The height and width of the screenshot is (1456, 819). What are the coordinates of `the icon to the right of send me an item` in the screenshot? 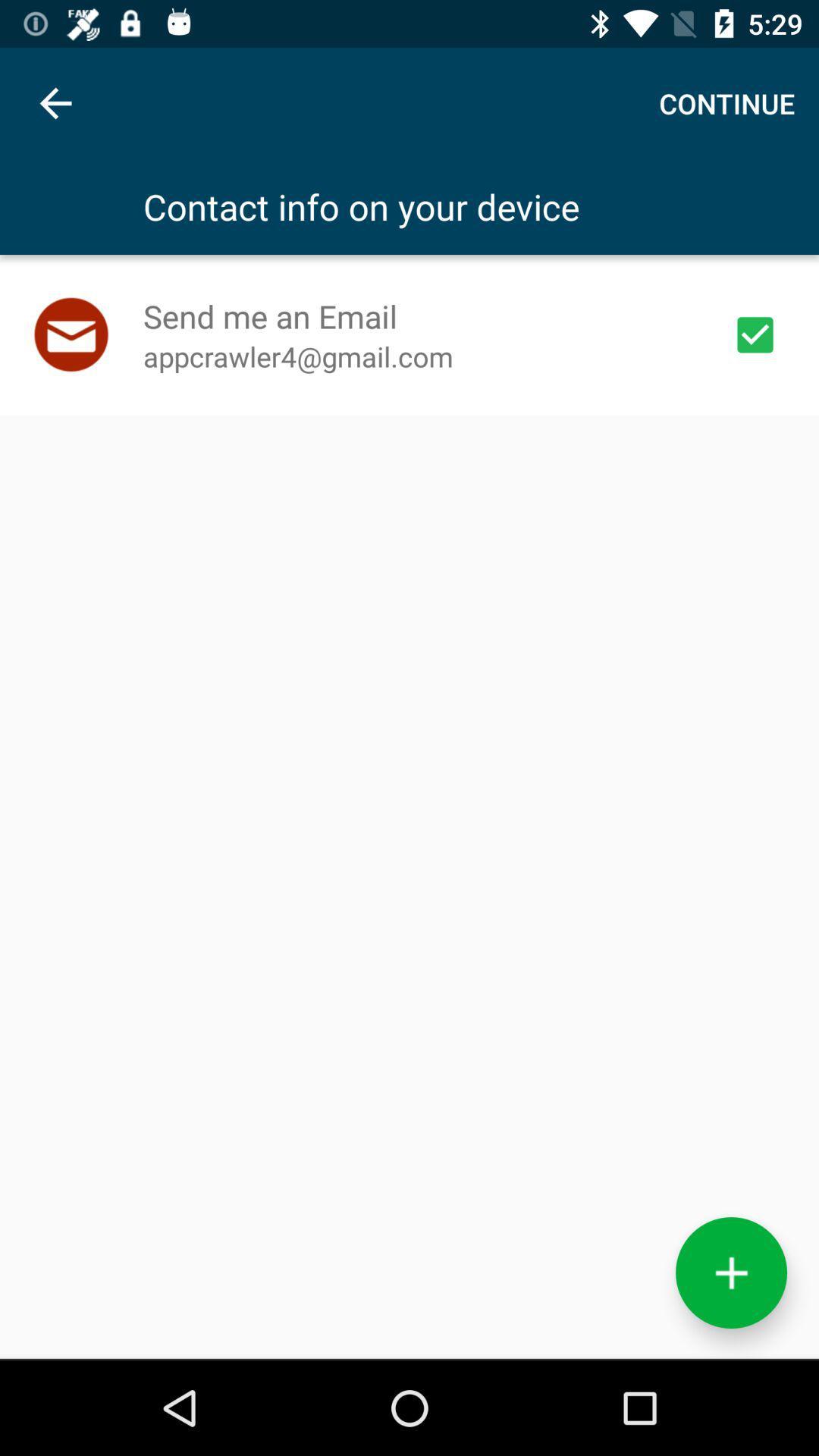 It's located at (755, 334).